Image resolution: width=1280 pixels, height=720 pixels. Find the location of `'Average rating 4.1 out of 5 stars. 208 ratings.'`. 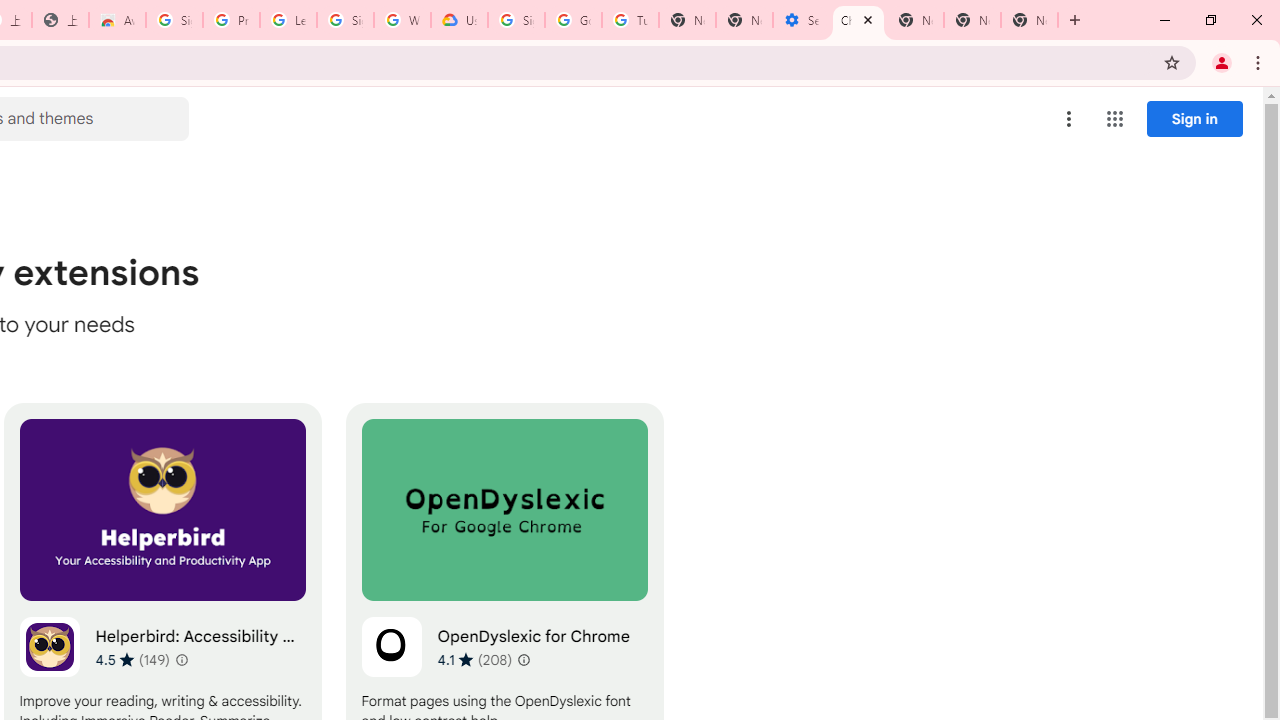

'Average rating 4.1 out of 5 stars. 208 ratings.' is located at coordinates (473, 659).